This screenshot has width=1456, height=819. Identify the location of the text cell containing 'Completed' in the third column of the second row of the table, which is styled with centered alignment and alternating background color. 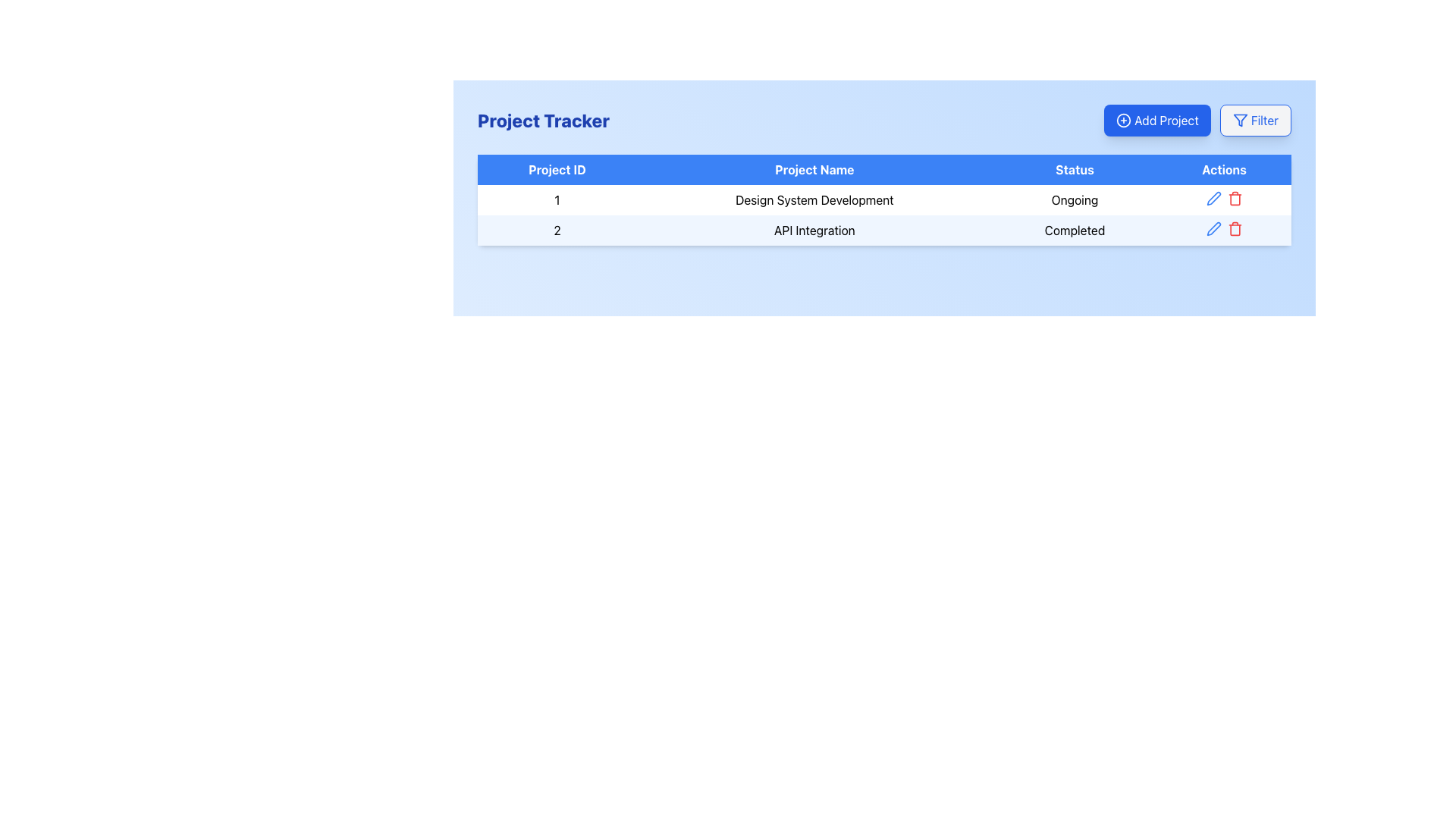
(1074, 231).